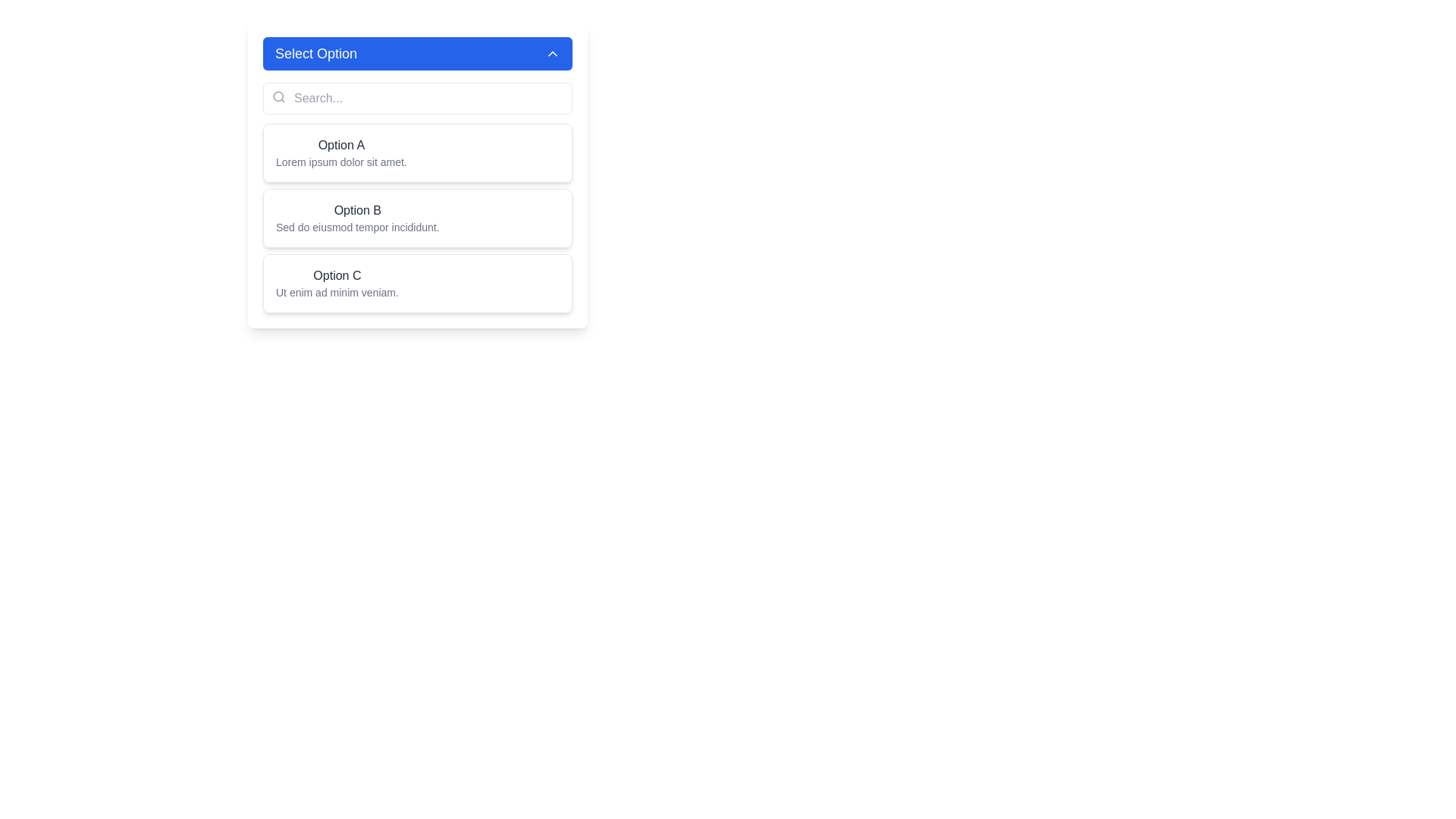  I want to click on the collapsible/expandable icon located in the upper-right corner of the 'Select Option' header, so click(552, 52).